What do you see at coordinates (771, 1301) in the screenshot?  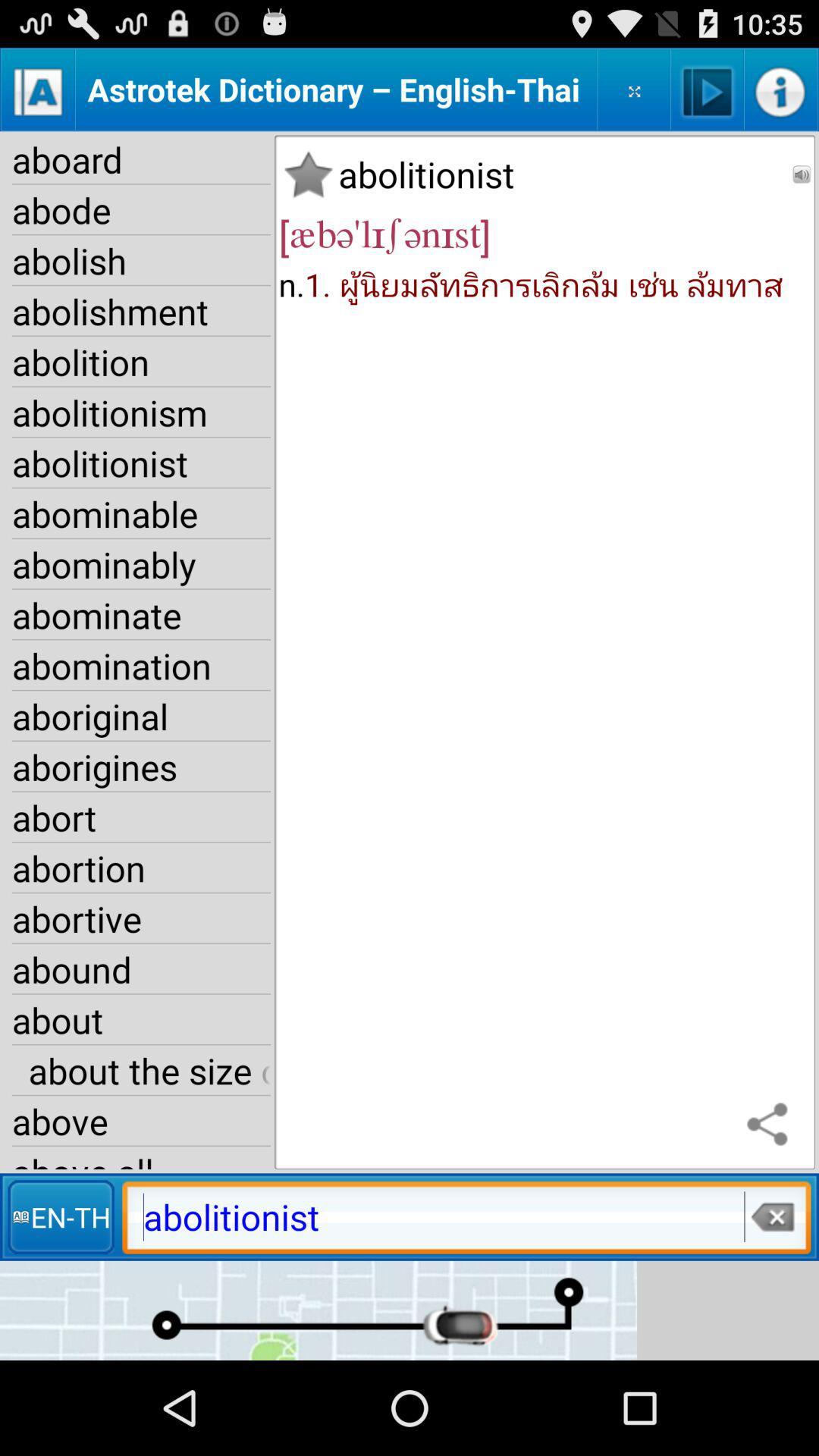 I see `the close icon` at bounding box center [771, 1301].